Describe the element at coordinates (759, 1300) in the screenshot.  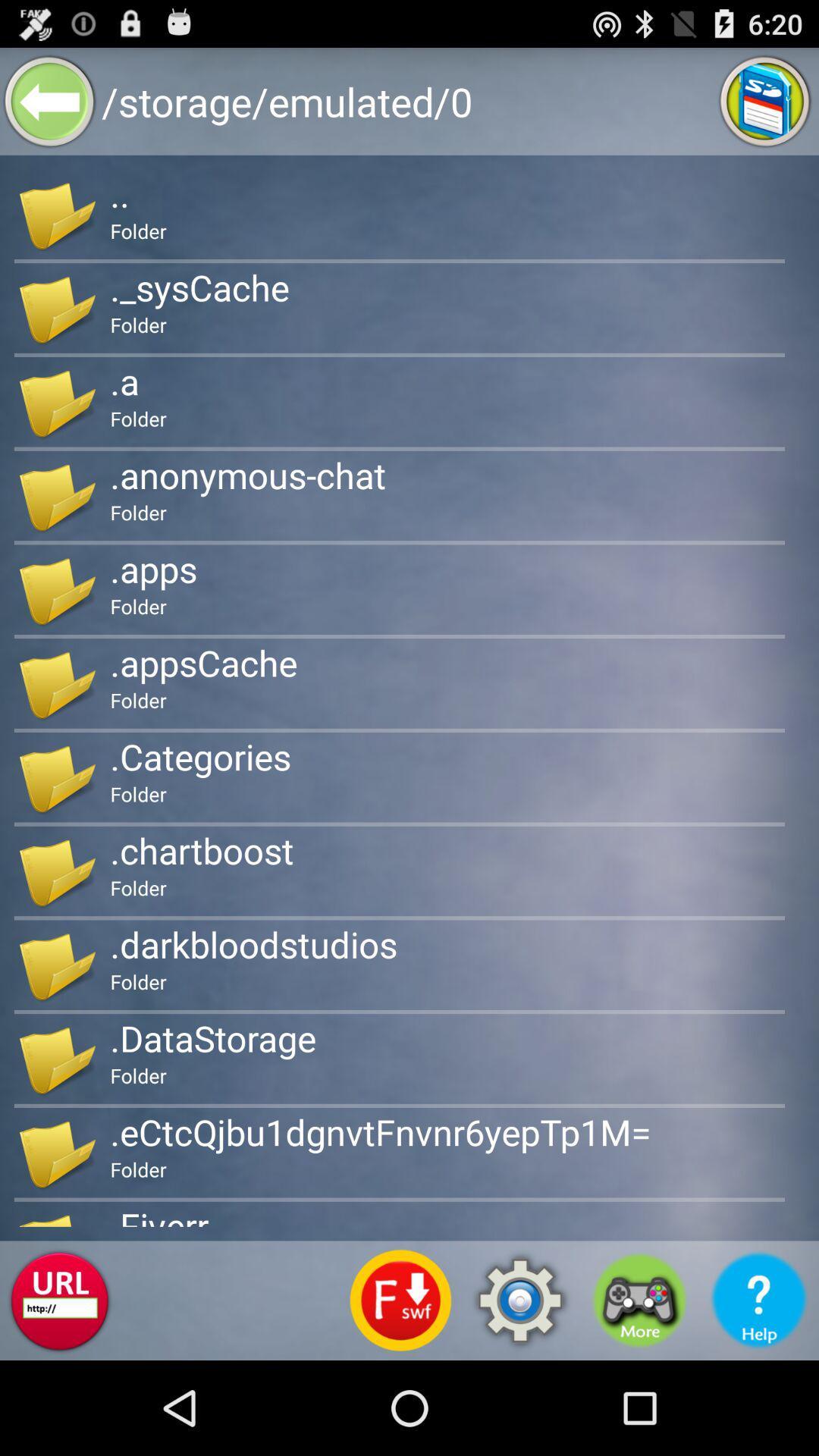
I see `open help` at that location.